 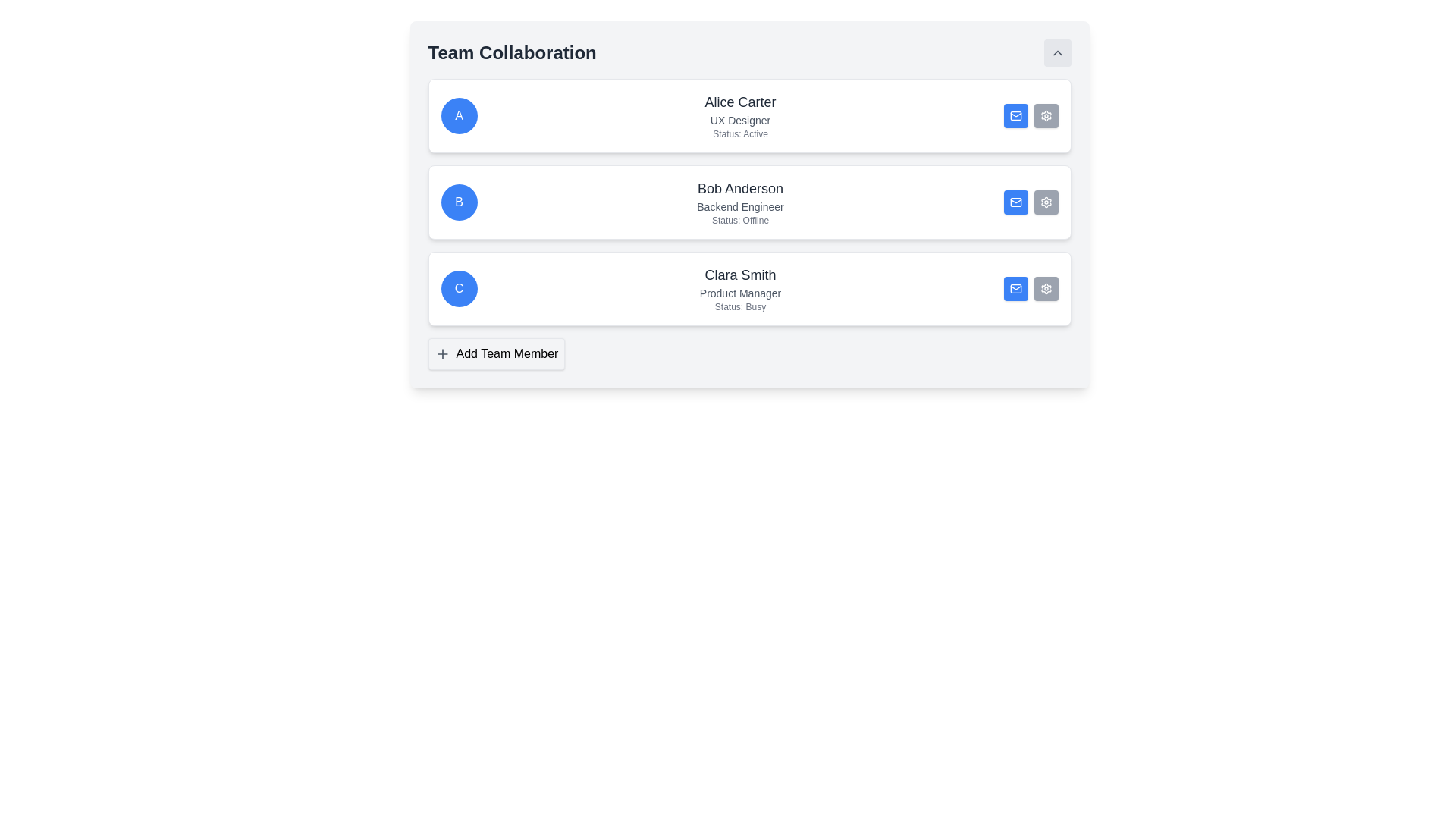 I want to click on the gear icon located in the top-right corner of the first user panel, so click(x=1045, y=115).